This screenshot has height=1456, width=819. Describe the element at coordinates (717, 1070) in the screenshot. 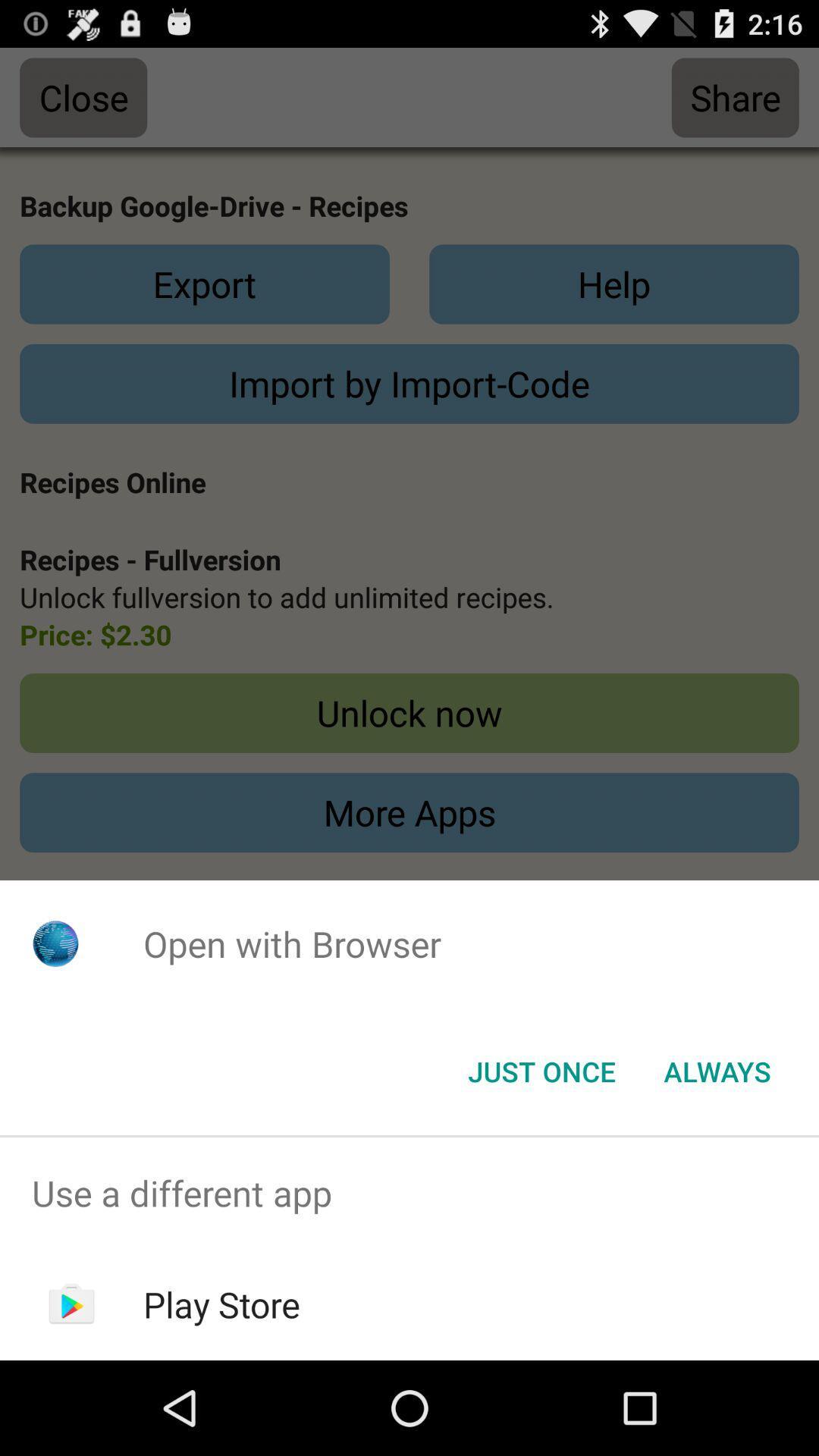

I see `the always` at that location.